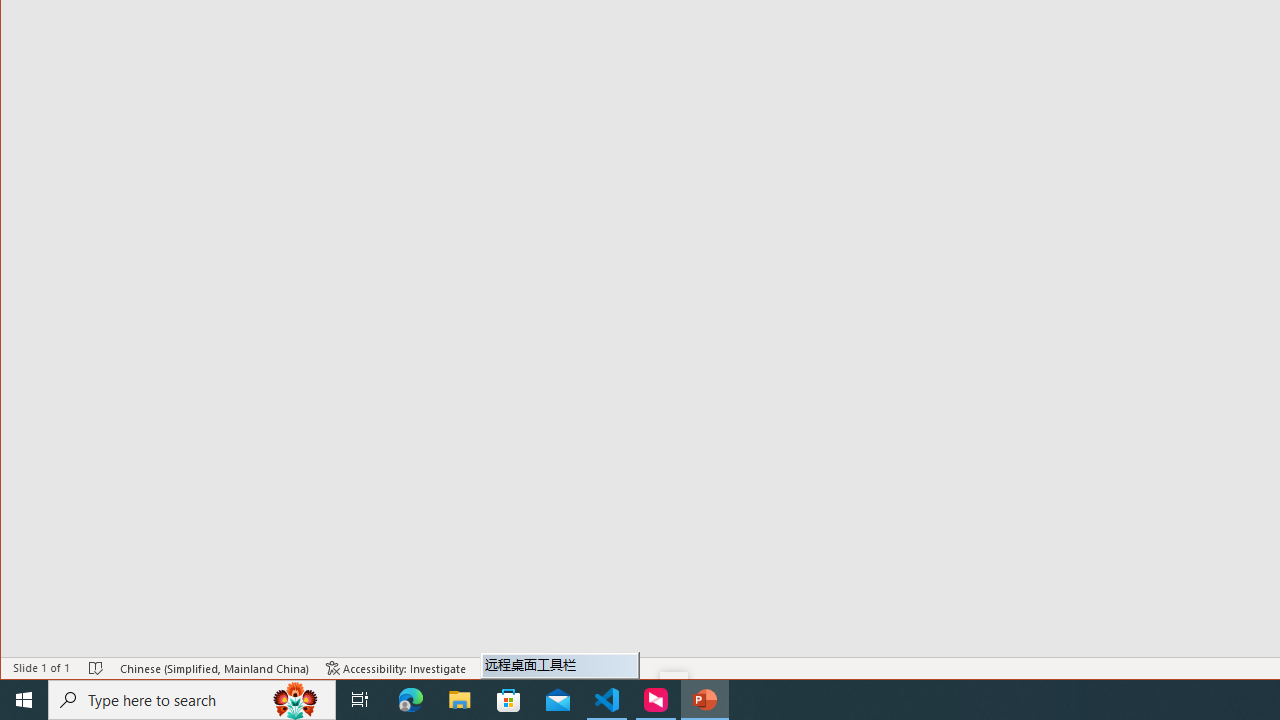 Image resolution: width=1280 pixels, height=720 pixels. I want to click on 'Start', so click(24, 698).